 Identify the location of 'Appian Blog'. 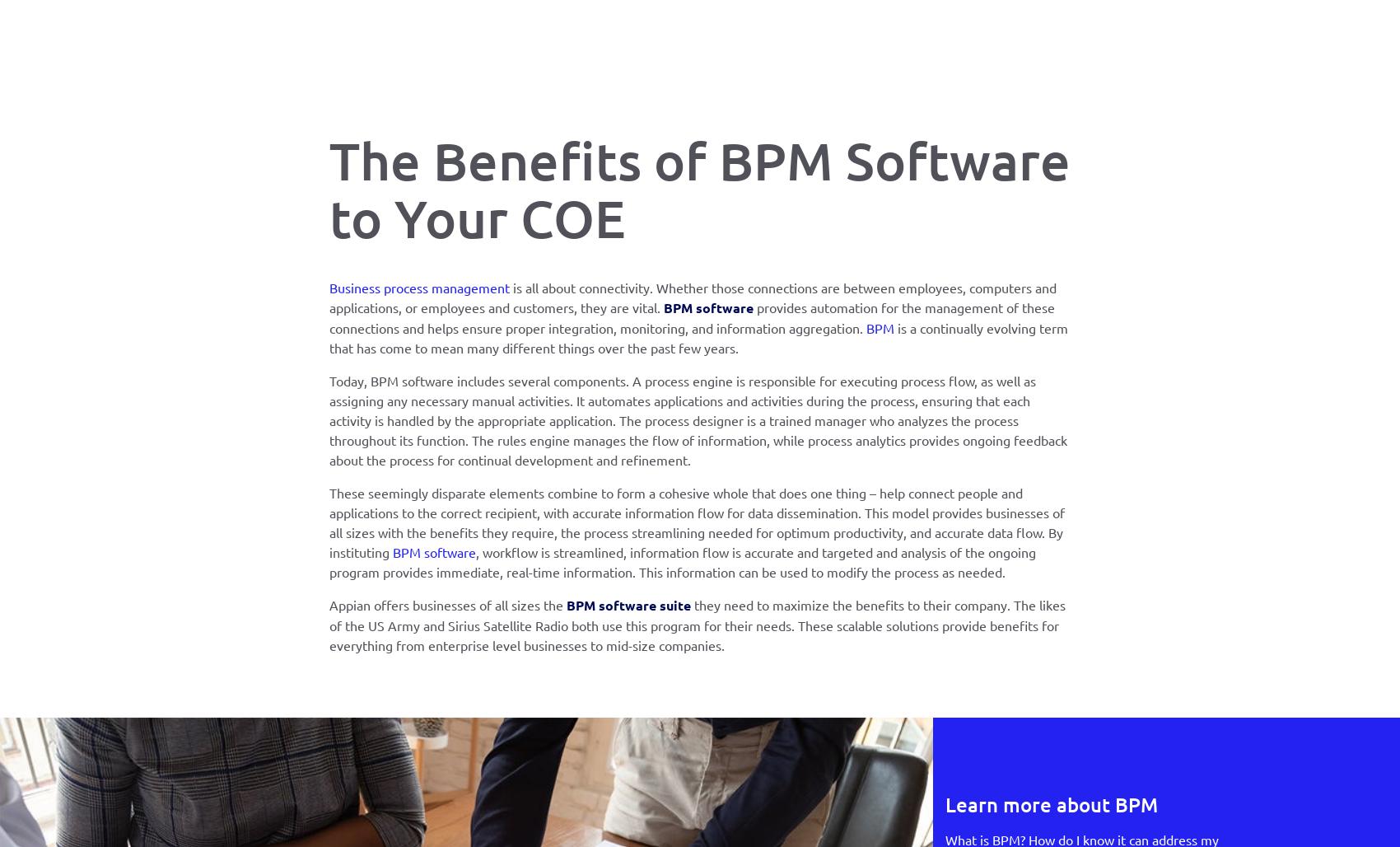
(729, 328).